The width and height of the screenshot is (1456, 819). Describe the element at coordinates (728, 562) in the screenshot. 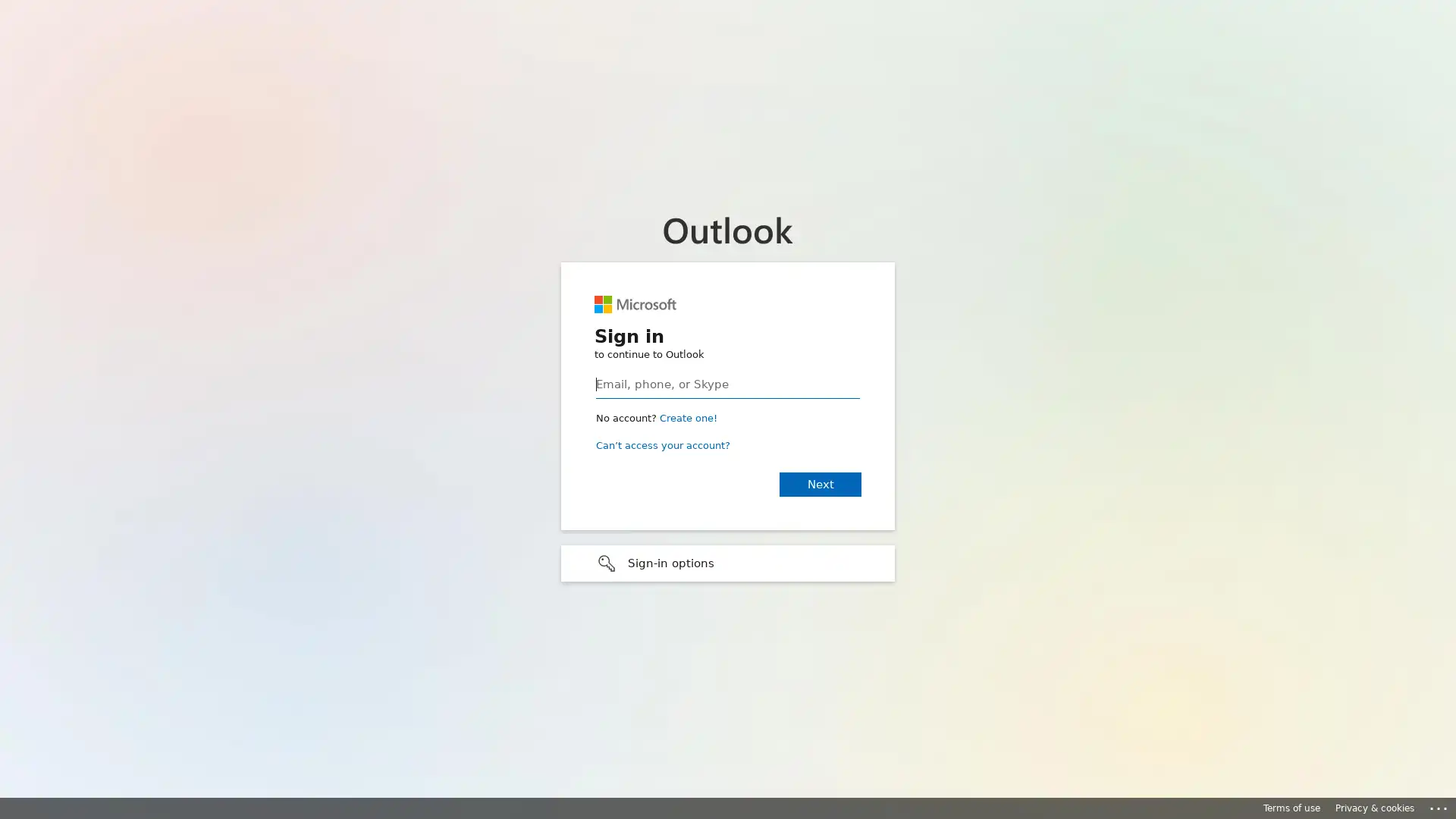

I see `Sign-in options` at that location.